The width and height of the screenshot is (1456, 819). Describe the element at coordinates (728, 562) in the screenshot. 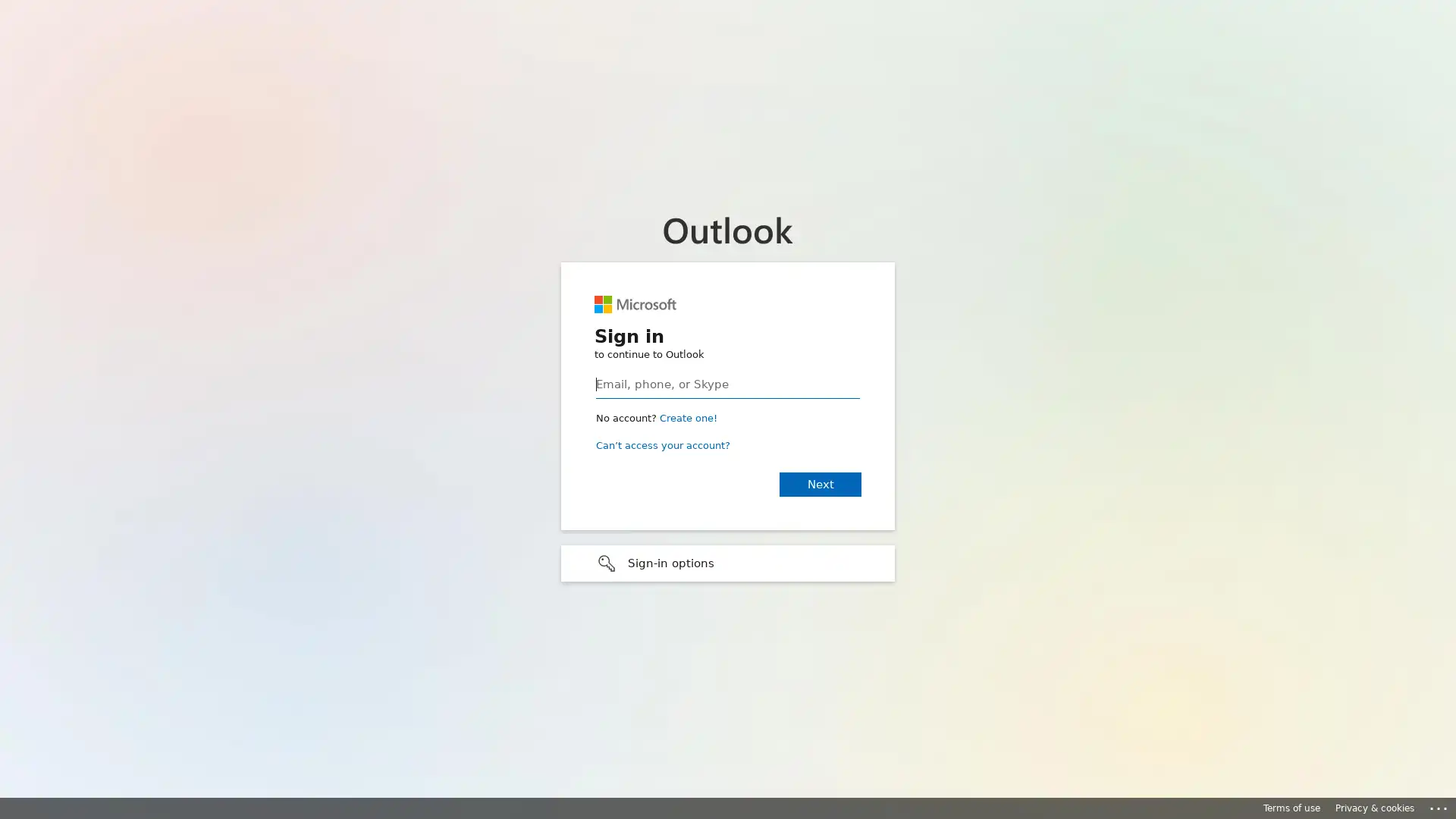

I see `Sign-in options` at that location.